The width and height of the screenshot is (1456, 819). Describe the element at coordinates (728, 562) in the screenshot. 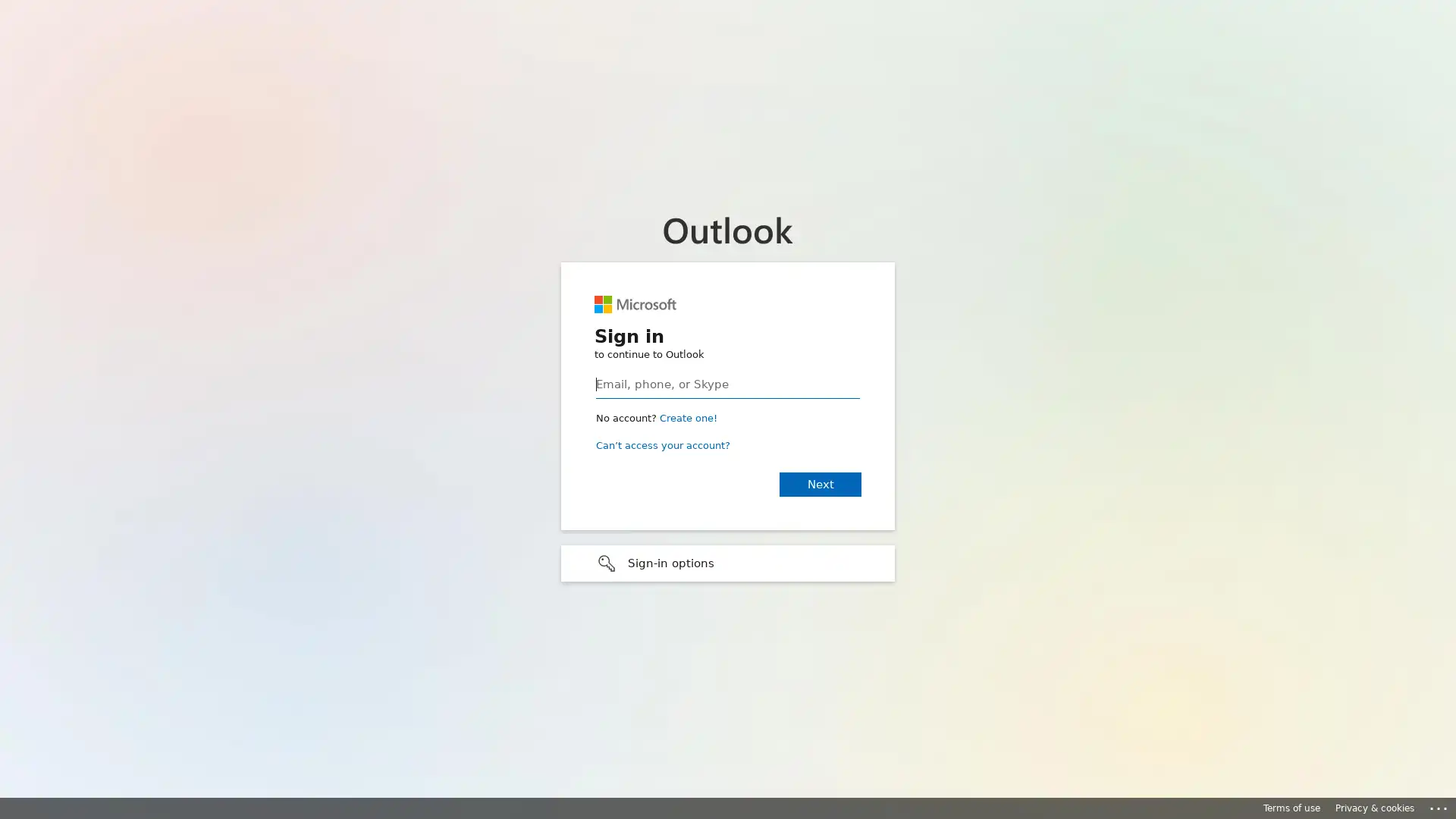

I see `Sign-in options` at that location.